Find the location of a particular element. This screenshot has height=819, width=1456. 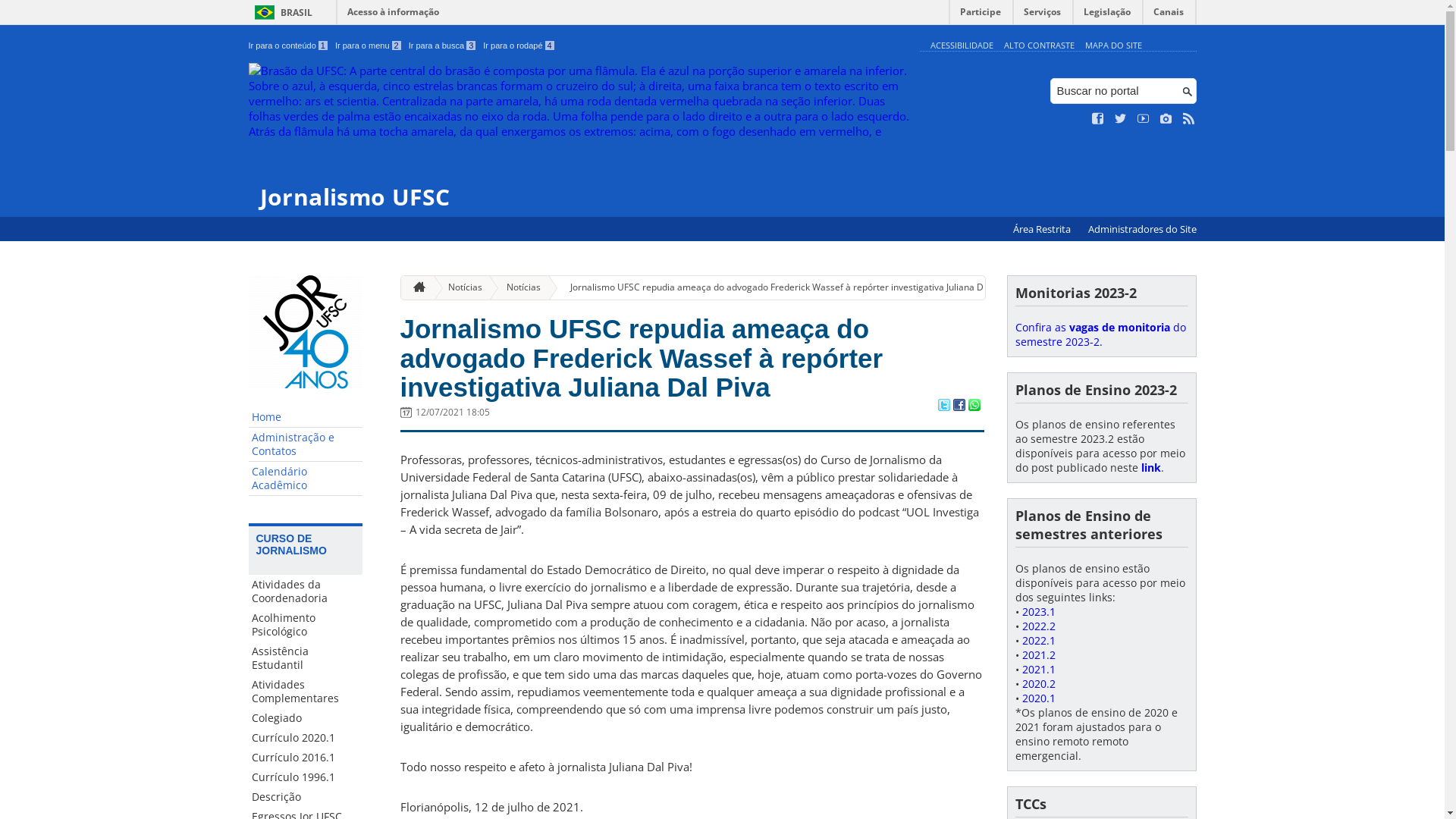

'Atividades da Coordenadoria' is located at coordinates (305, 590).